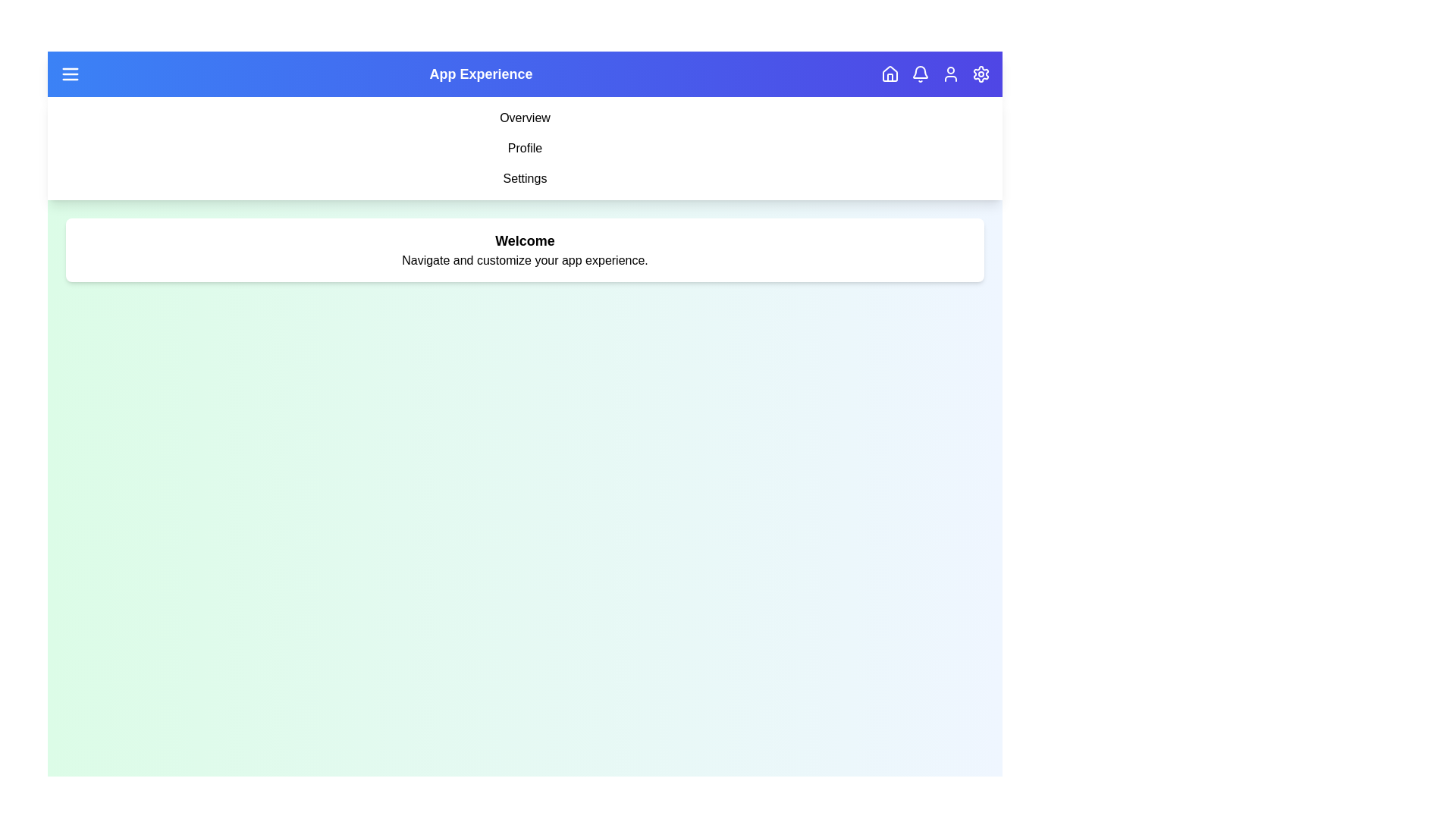 The width and height of the screenshot is (1456, 819). What do you see at coordinates (69, 74) in the screenshot?
I see `the menu icon to toggle the drawer visibility` at bounding box center [69, 74].